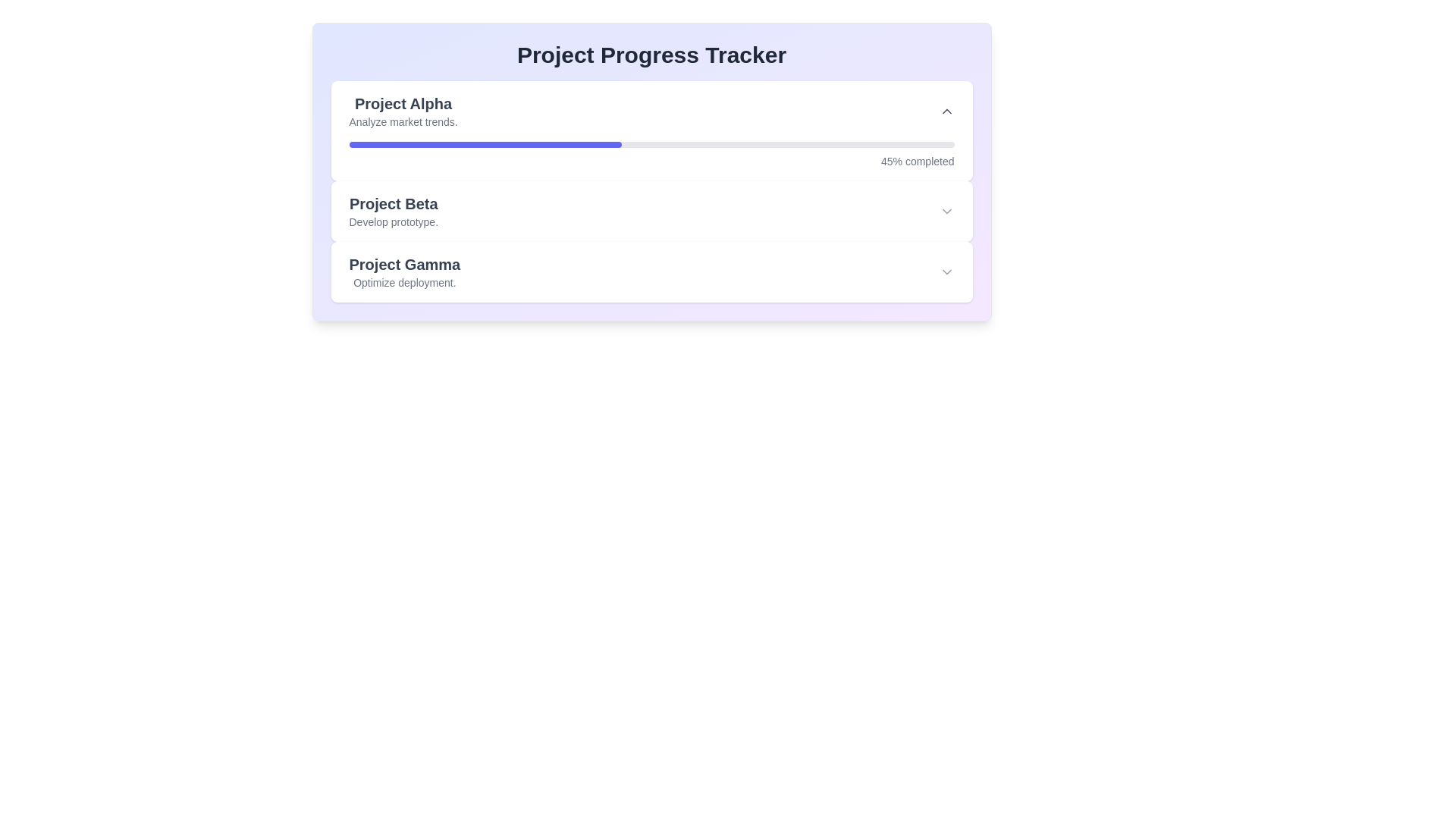 The height and width of the screenshot is (819, 1456). Describe the element at coordinates (403, 110) in the screenshot. I see `text from the Text Label with Description for 'Project Alpha', which is located in the first project card above the progress bar` at that location.